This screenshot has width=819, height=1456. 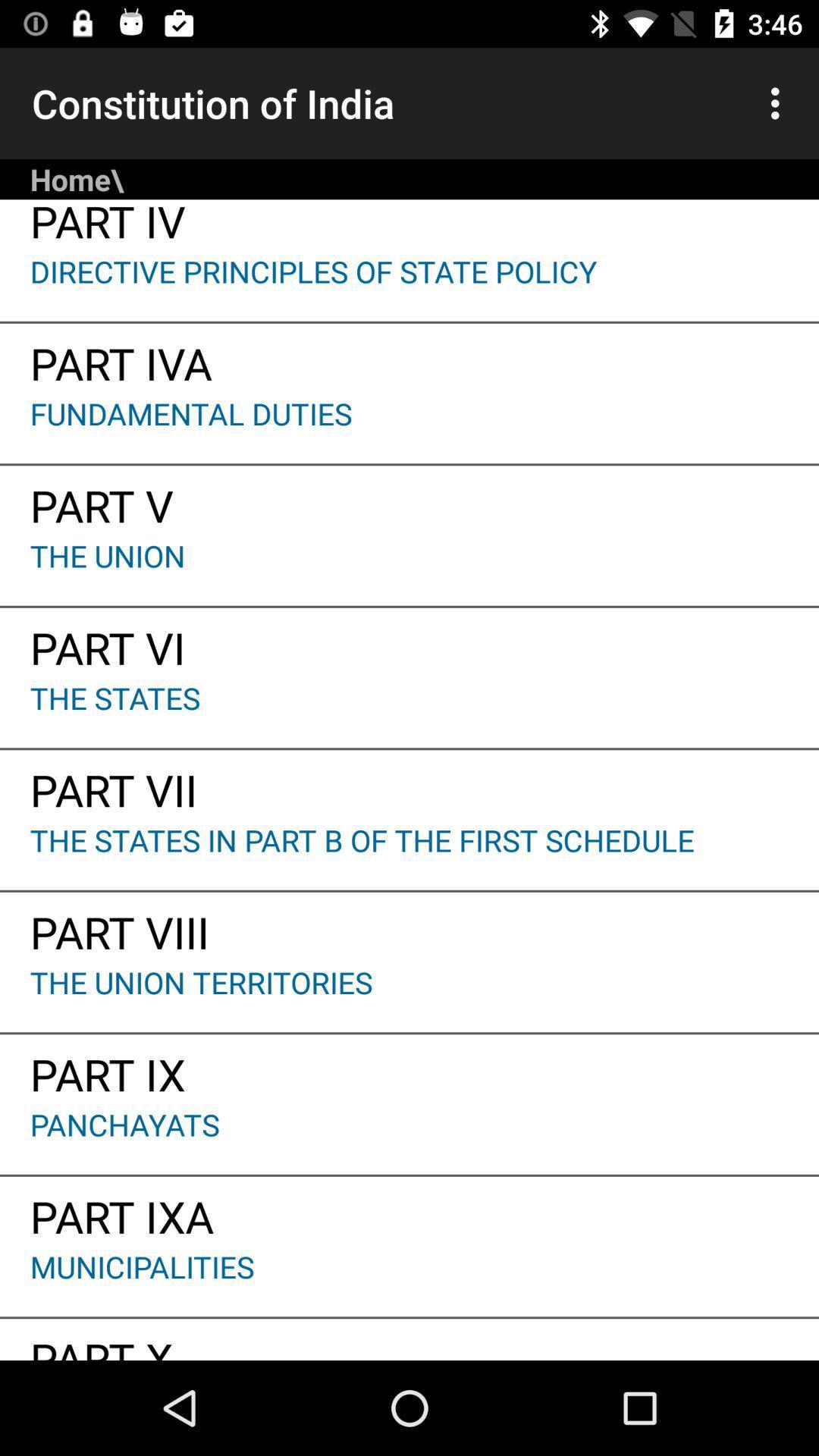 What do you see at coordinates (409, 357) in the screenshot?
I see `the icon below the directive principles of icon` at bounding box center [409, 357].